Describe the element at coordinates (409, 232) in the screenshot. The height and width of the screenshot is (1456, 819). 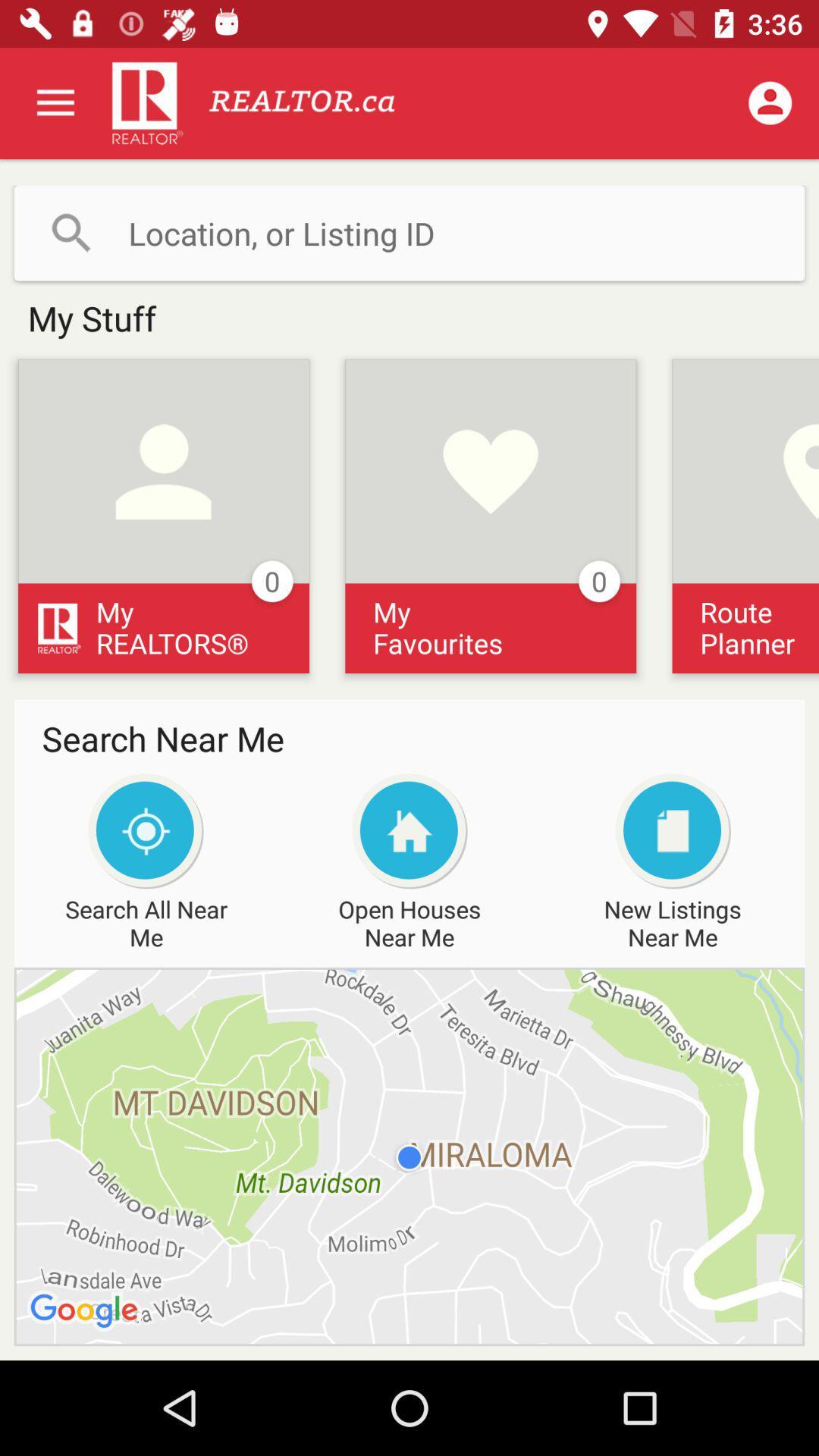
I see `search location` at that location.